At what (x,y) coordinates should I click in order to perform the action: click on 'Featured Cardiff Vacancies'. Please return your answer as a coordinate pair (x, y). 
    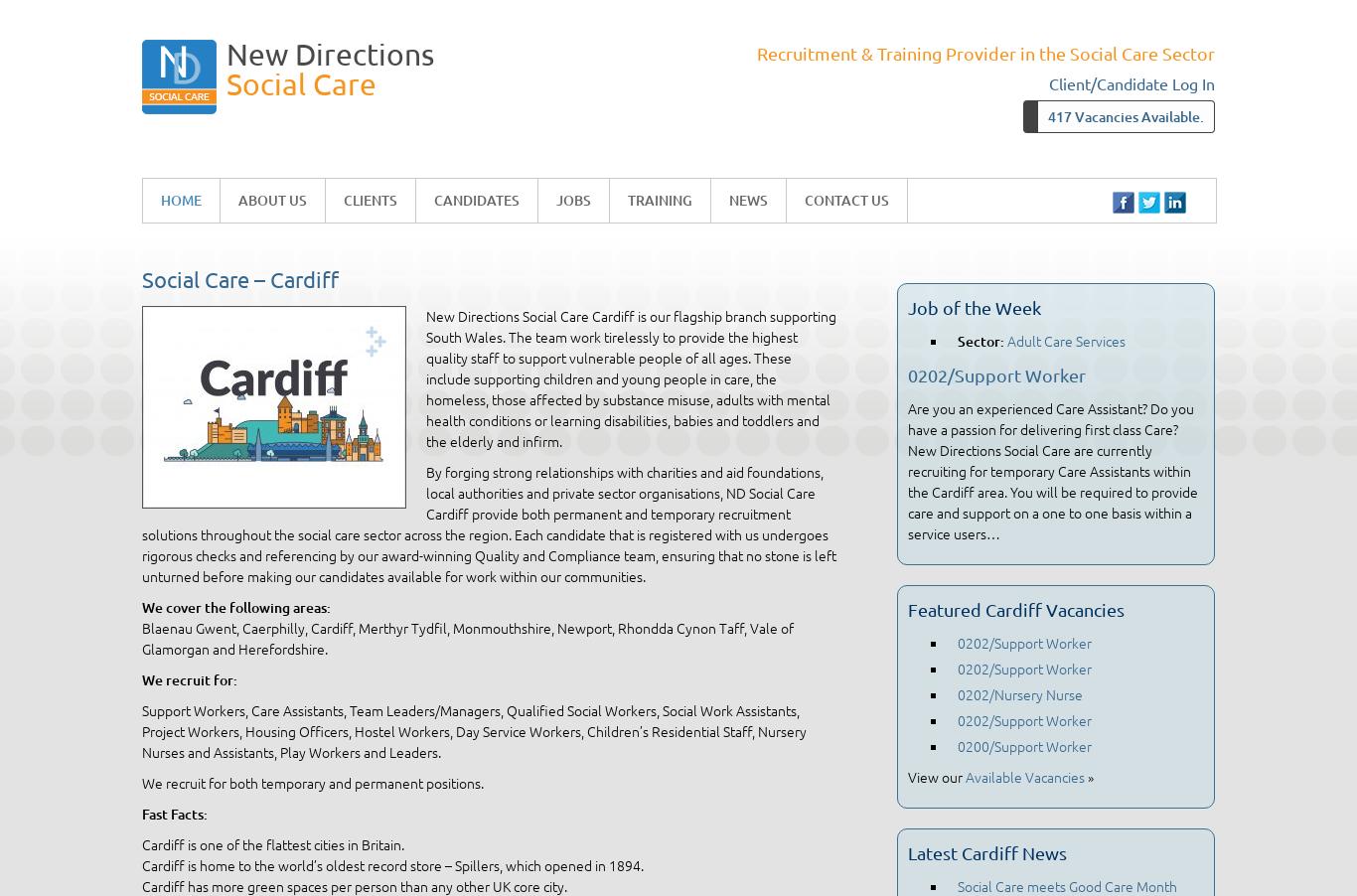
    Looking at the image, I should click on (1015, 608).